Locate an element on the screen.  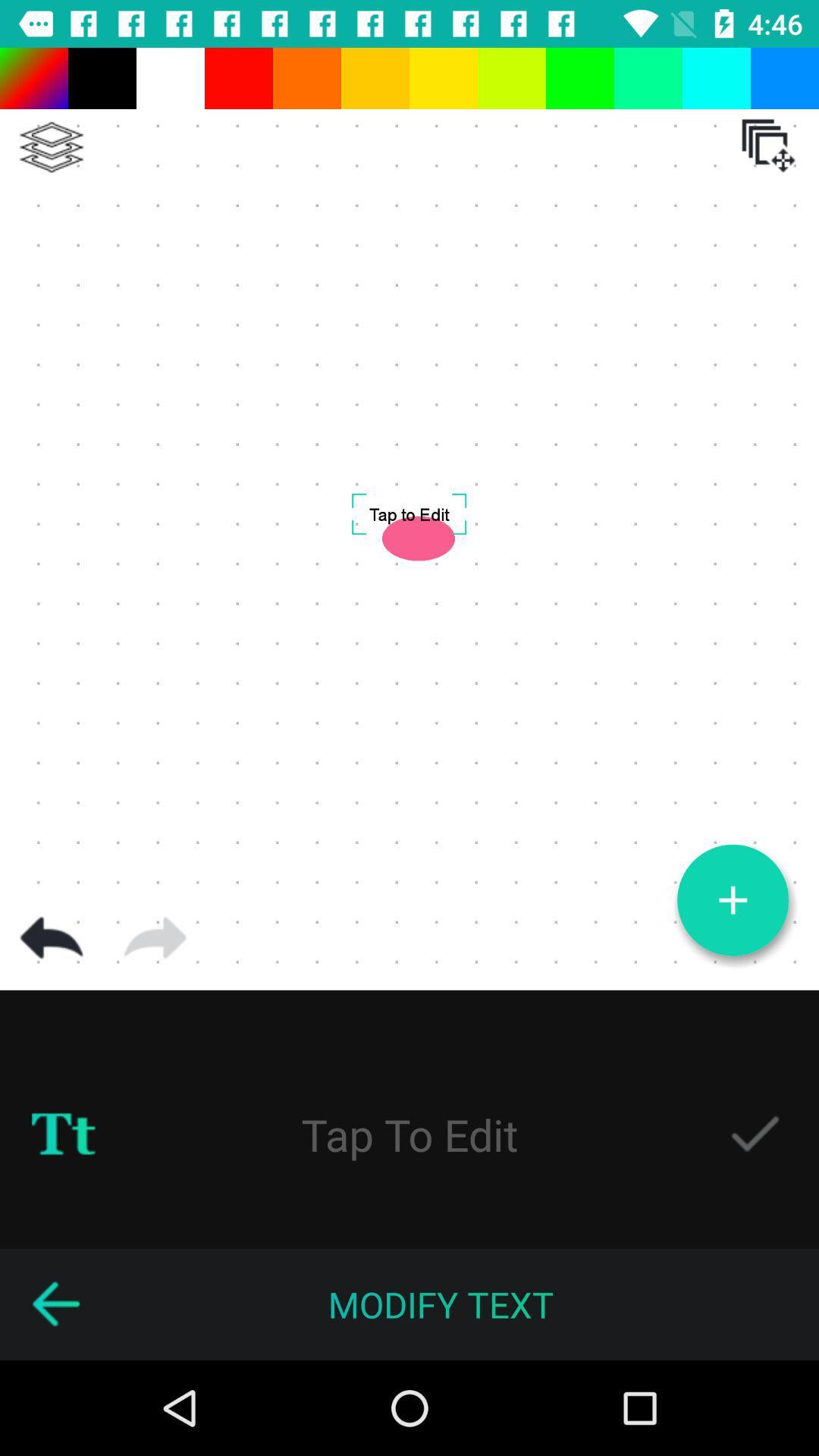
the undo icon is located at coordinates (51, 937).